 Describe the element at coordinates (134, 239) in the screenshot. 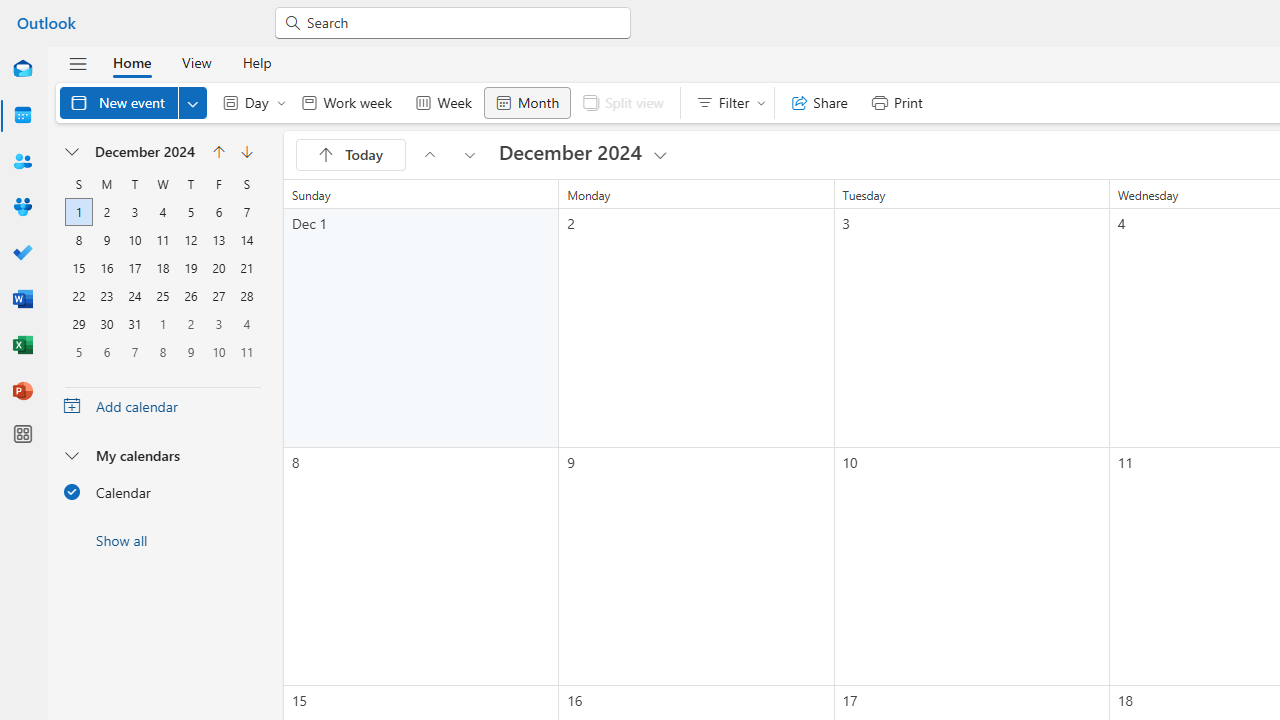

I see `'10, December, 2024'` at that location.